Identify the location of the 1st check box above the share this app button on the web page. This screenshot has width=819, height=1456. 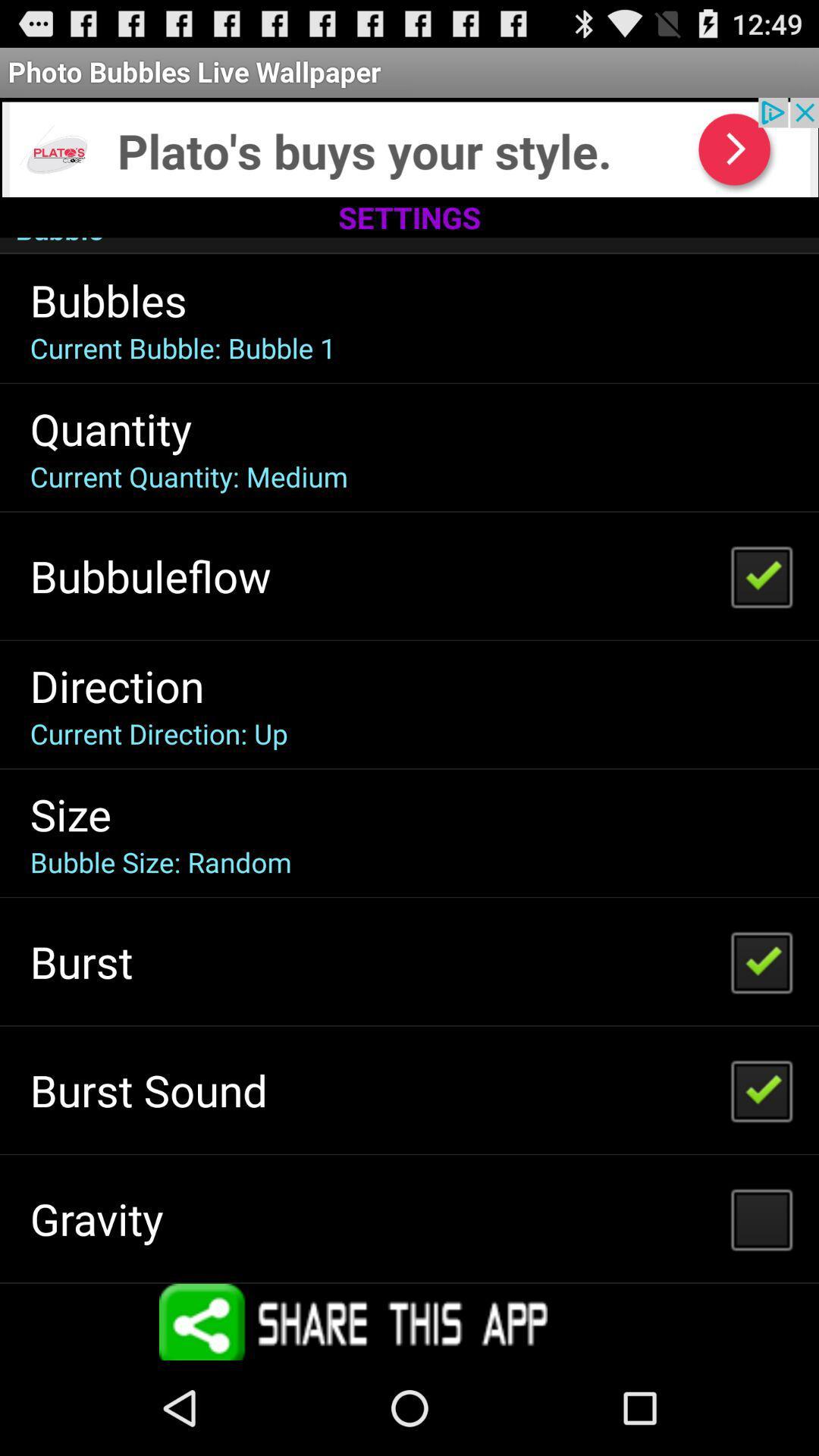
(761, 1219).